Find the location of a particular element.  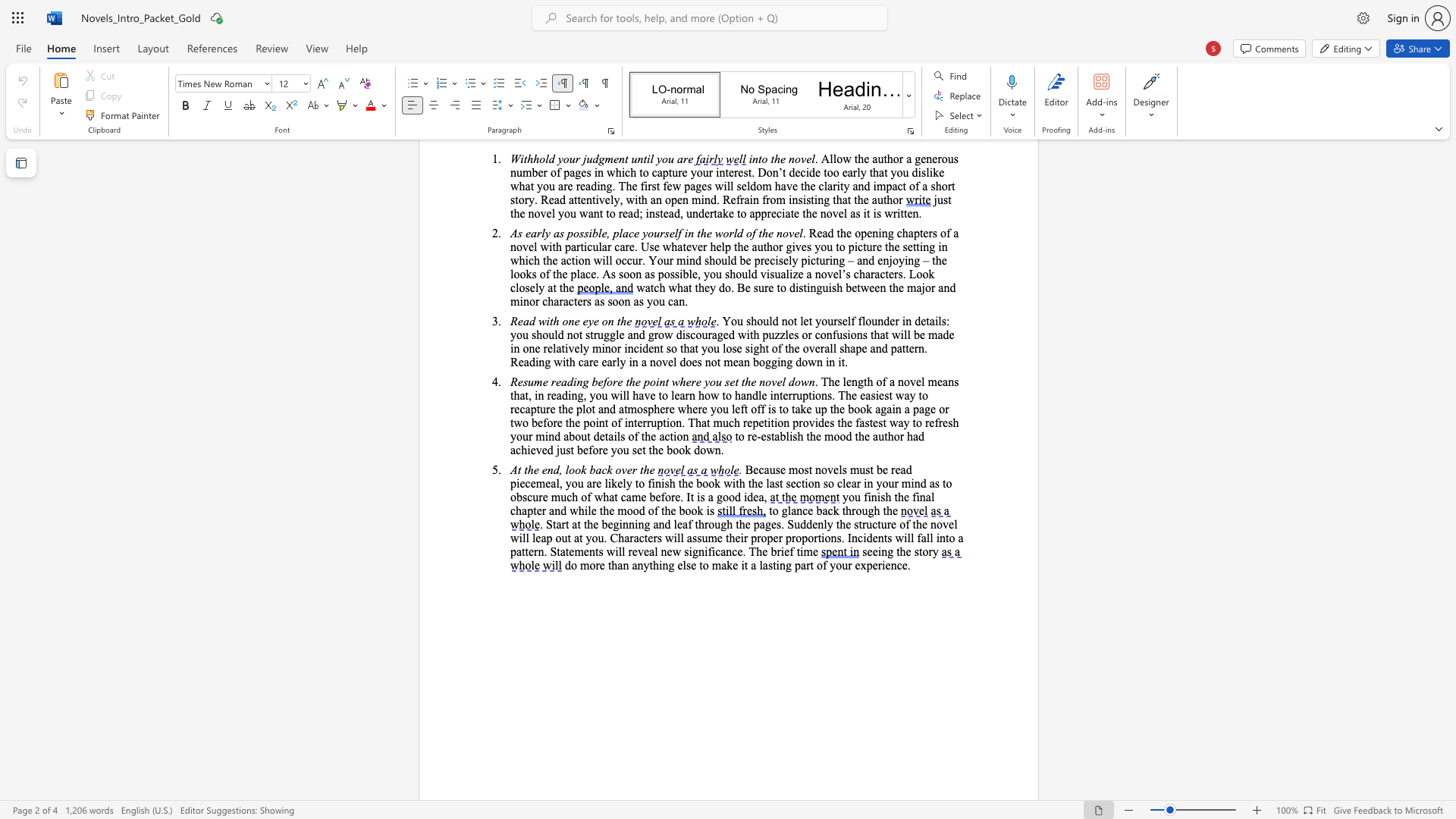

the subset text "inal c" within the text "final chapter" is located at coordinates (915, 497).